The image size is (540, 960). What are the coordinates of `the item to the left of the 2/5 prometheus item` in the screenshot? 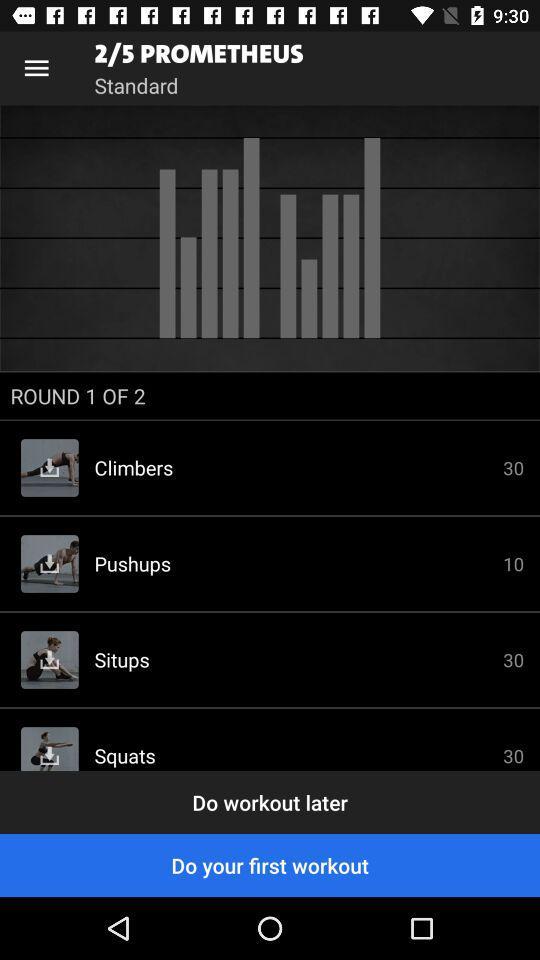 It's located at (36, 68).